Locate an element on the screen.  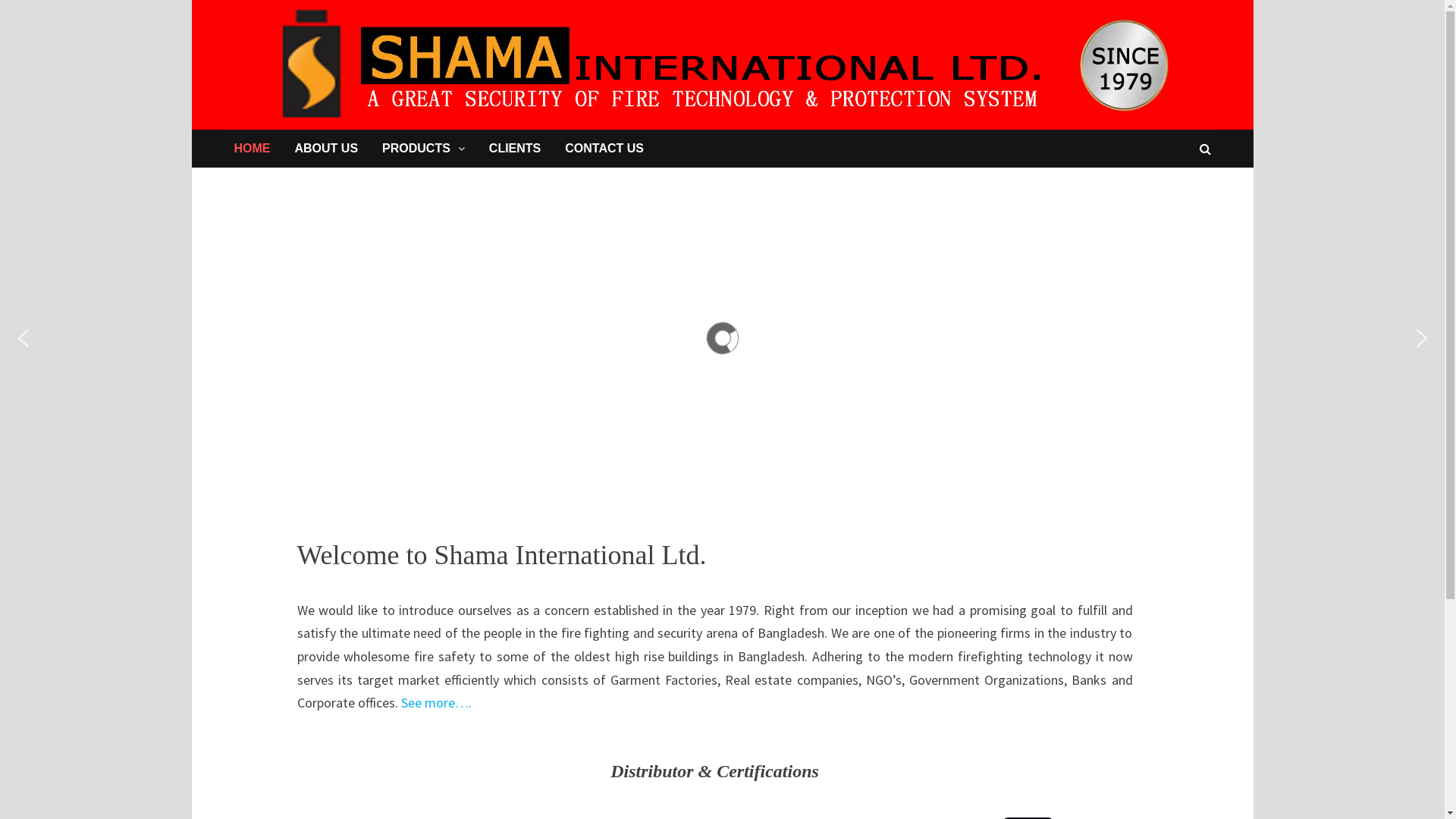
'CONTACT US' is located at coordinates (603, 149).